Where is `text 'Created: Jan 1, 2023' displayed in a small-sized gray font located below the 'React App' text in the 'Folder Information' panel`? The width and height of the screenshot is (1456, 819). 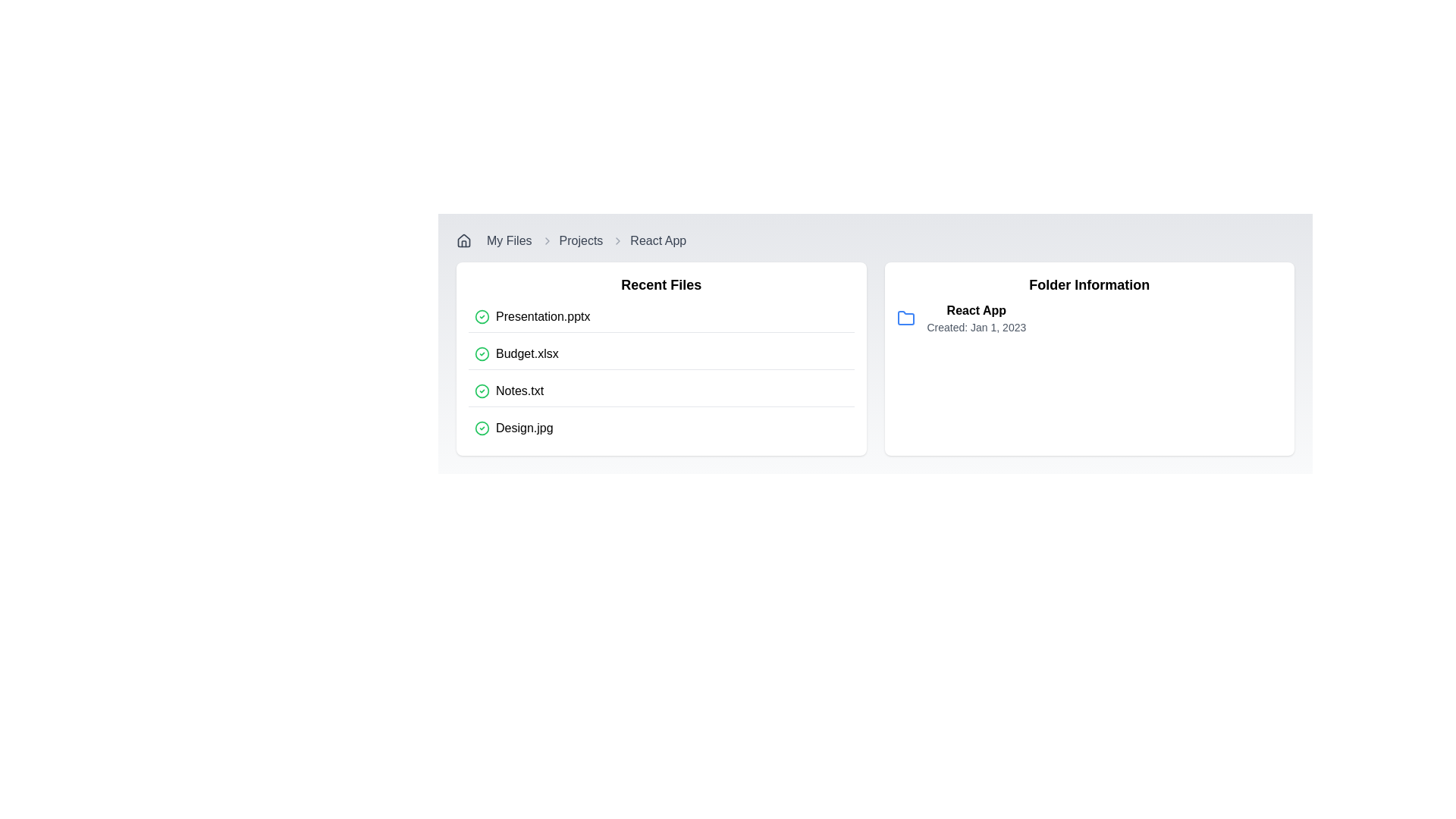 text 'Created: Jan 1, 2023' displayed in a small-sized gray font located below the 'React App' text in the 'Folder Information' panel is located at coordinates (976, 327).